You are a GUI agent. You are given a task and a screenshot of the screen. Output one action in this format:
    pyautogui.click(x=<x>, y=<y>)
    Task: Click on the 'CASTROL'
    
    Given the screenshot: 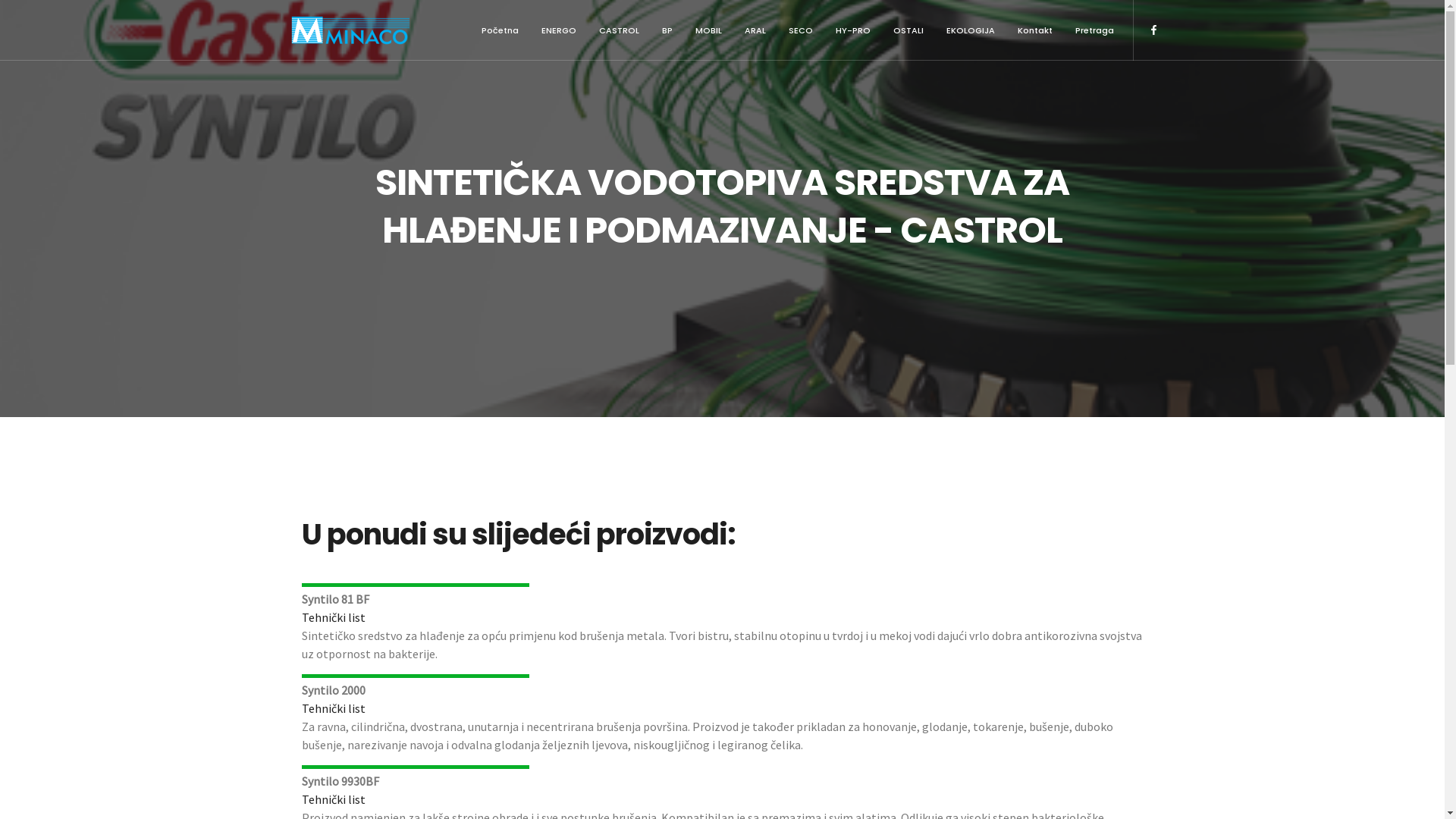 What is the action you would take?
    pyautogui.click(x=618, y=30)
    